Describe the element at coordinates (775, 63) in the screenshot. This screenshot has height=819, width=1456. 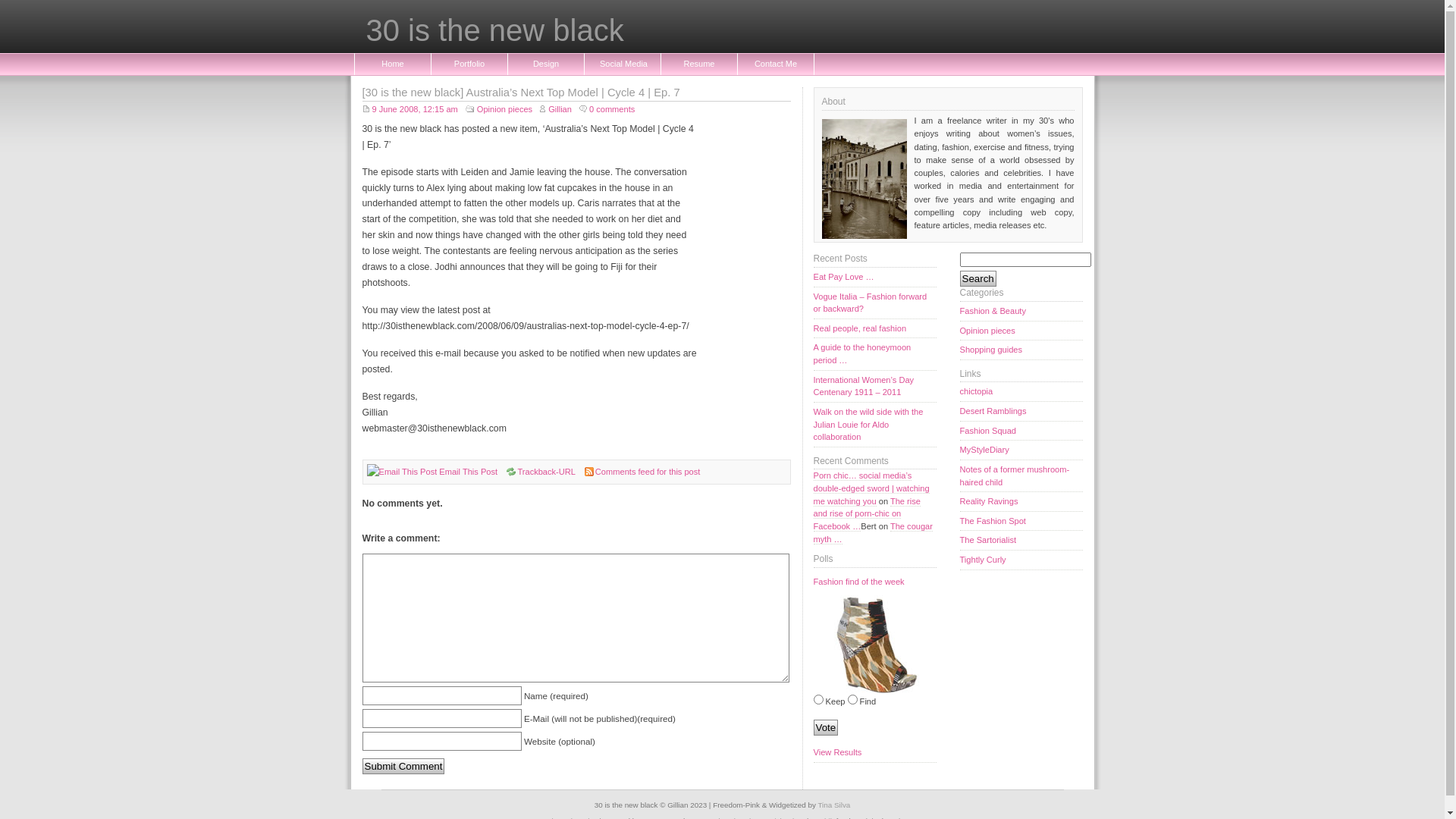
I see `'Contact Me'` at that location.